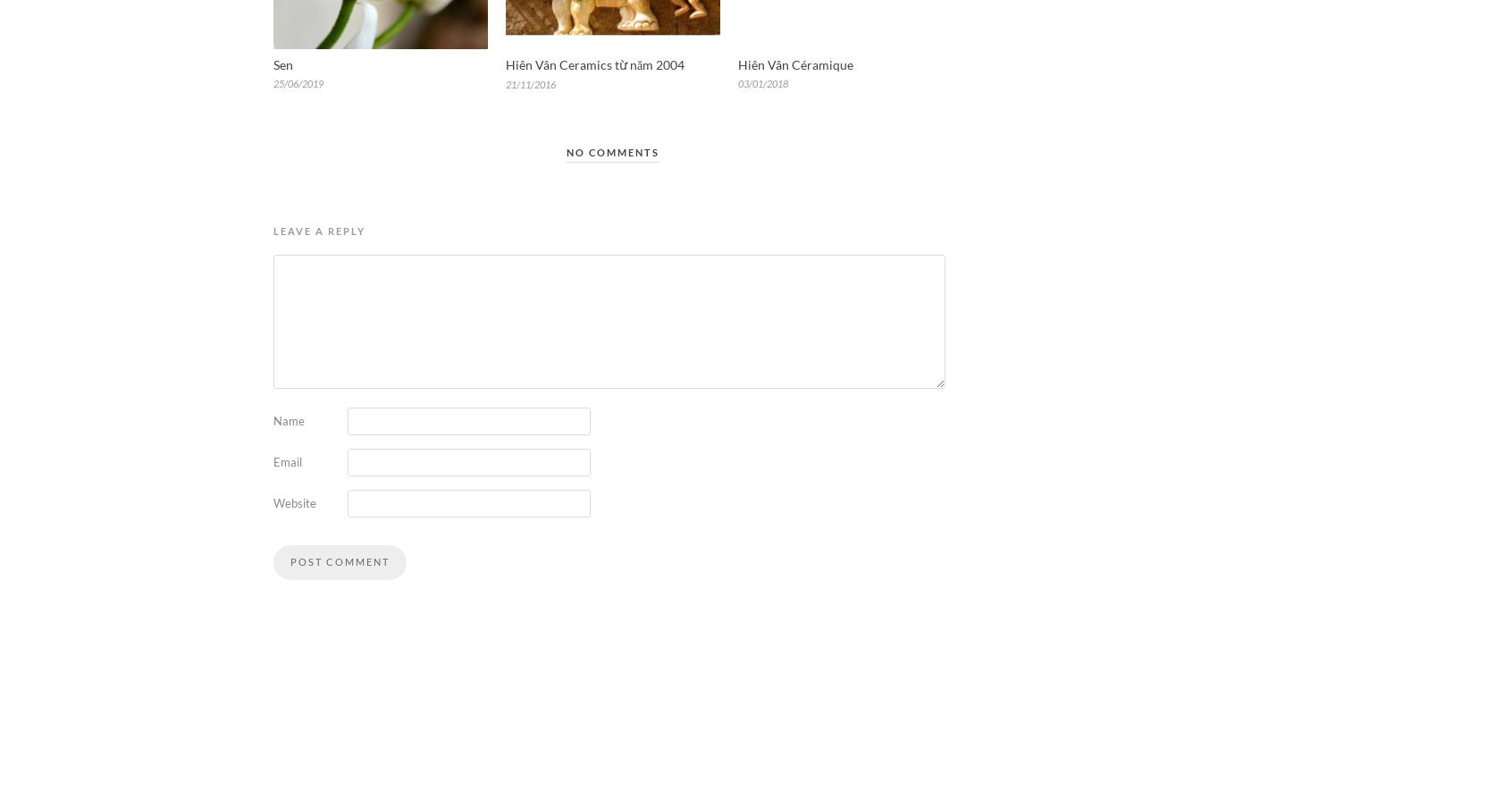  Describe the element at coordinates (738, 82) in the screenshot. I see `'03/01/2018'` at that location.